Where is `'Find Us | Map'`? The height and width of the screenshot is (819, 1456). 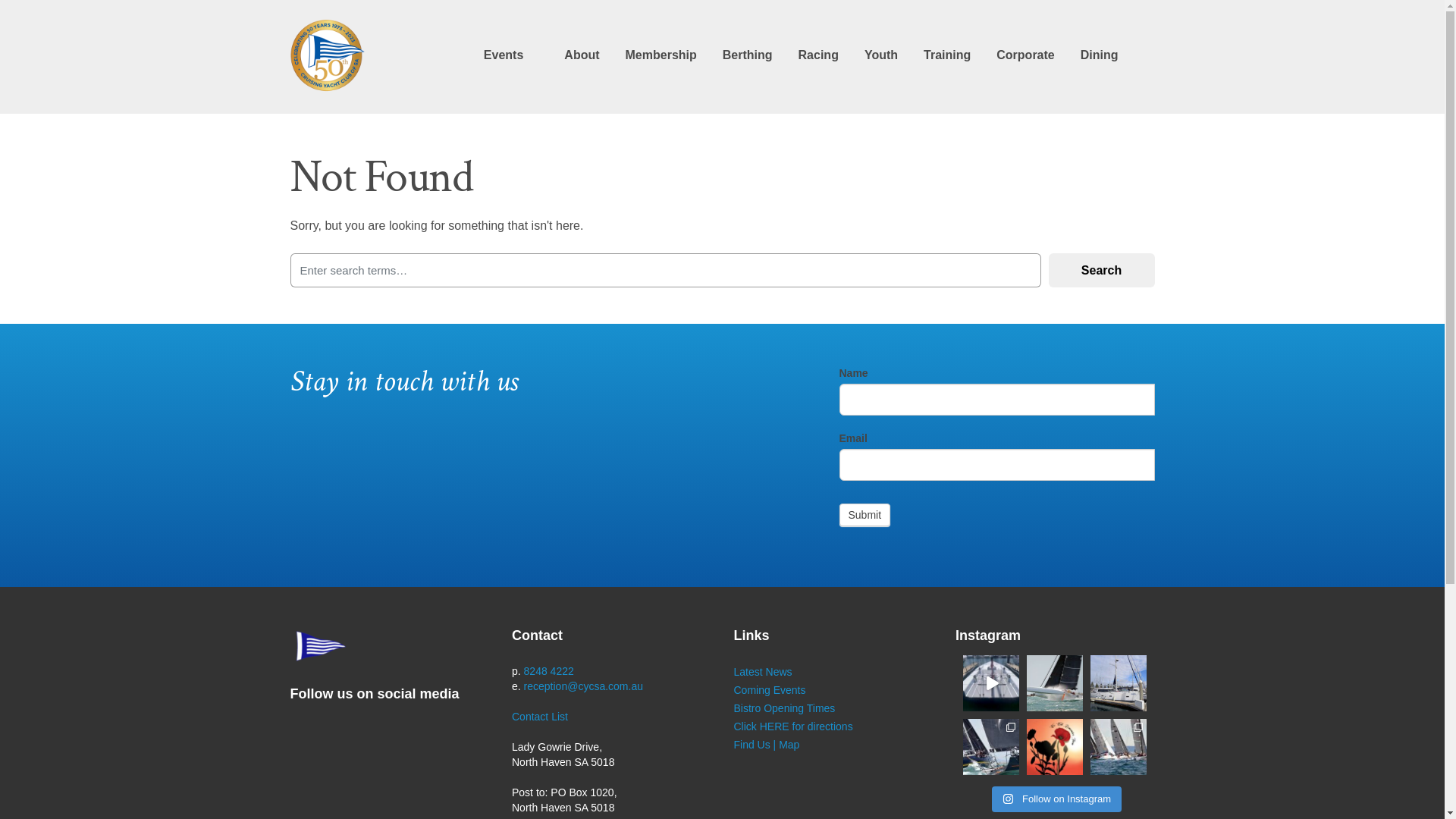 'Find Us | Map' is located at coordinates (767, 744).